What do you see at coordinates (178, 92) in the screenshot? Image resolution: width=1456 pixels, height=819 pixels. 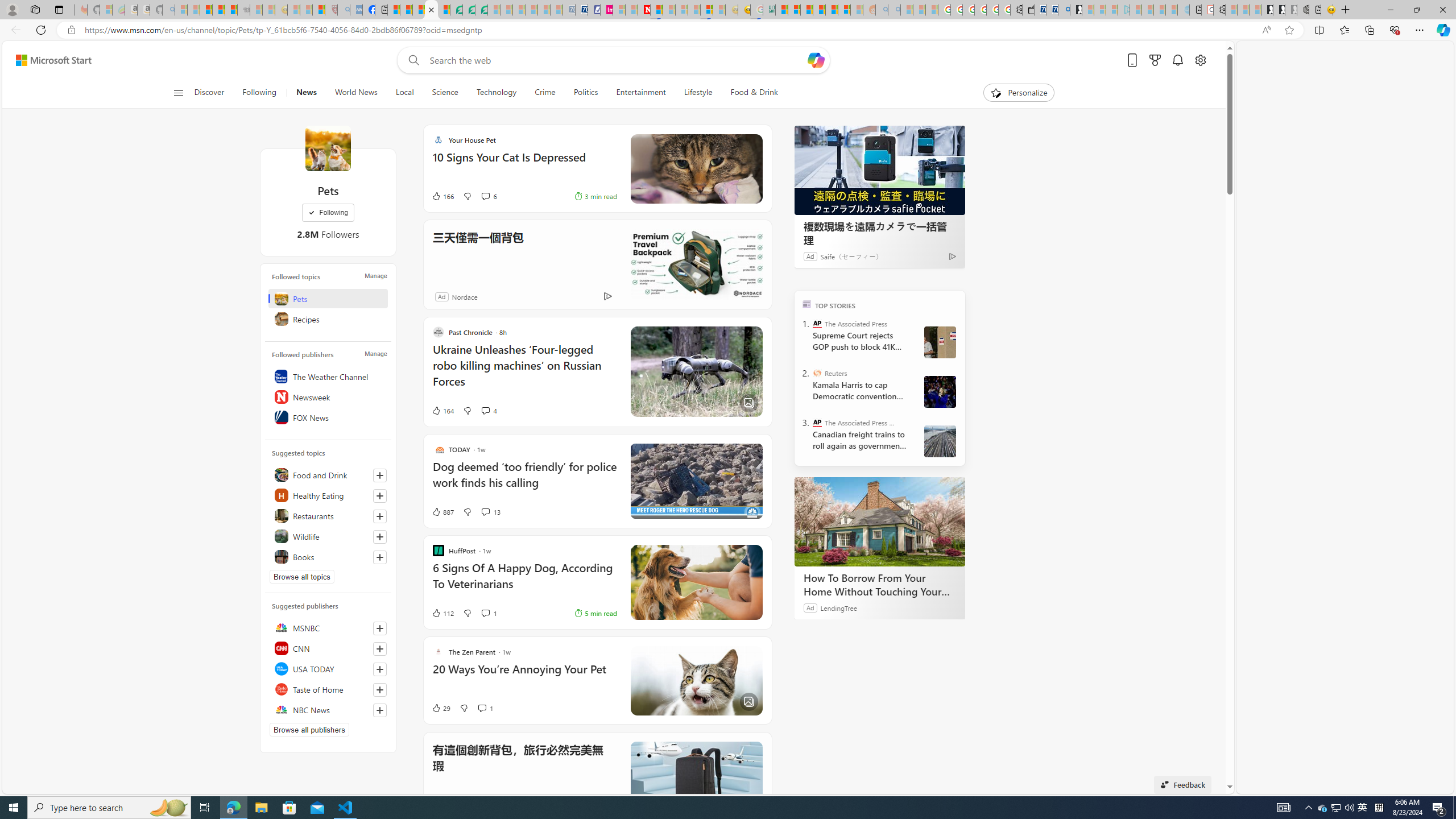 I see `'Open navigation menu'` at bounding box center [178, 92].